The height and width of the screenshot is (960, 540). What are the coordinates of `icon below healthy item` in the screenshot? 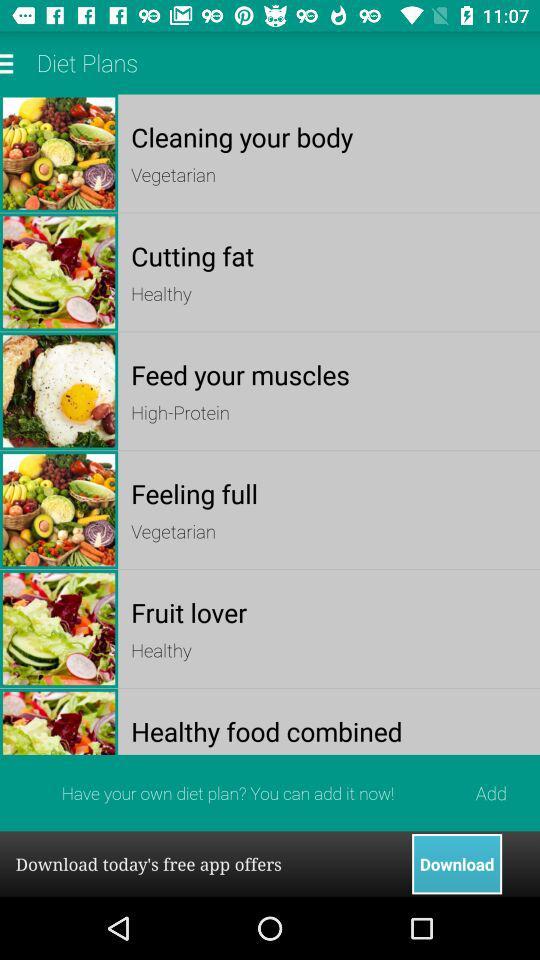 It's located at (329, 373).